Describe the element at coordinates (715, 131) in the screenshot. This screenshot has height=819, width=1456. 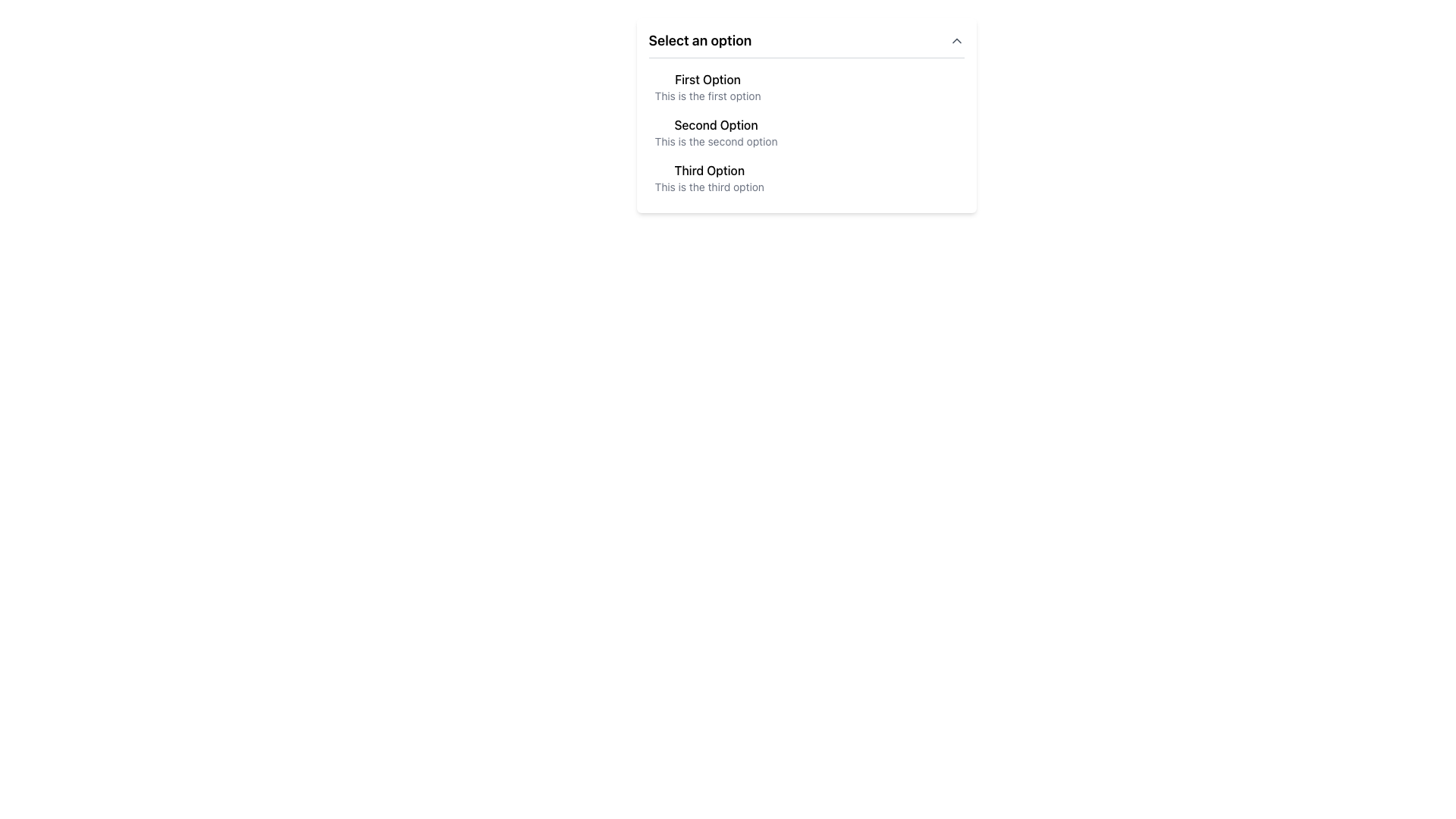
I see `the 'Second Option' selectable item in the dropdown list located under the header 'Select an option'` at that location.